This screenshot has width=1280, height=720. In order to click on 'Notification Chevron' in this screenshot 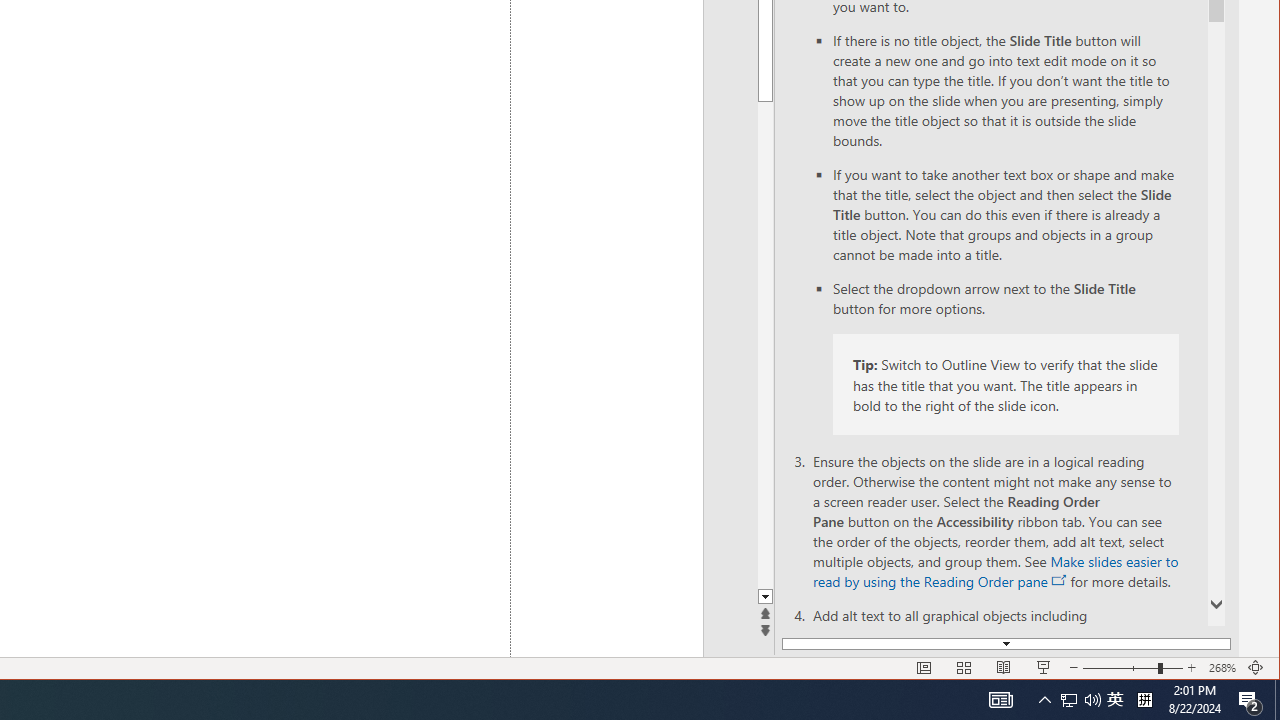, I will do `click(1044, 698)`.